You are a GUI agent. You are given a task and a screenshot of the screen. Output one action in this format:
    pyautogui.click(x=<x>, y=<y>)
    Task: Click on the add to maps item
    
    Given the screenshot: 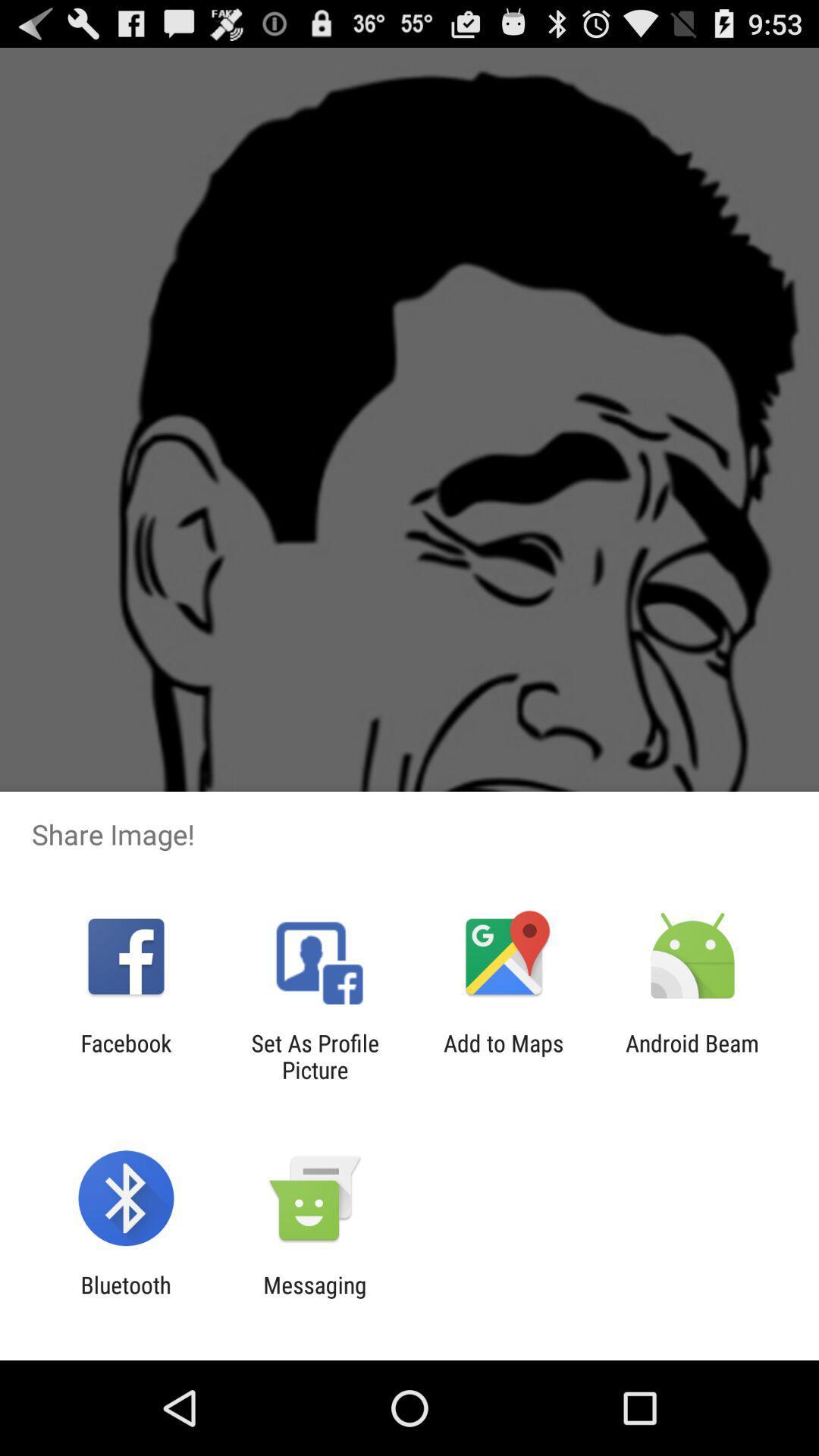 What is the action you would take?
    pyautogui.click(x=504, y=1056)
    